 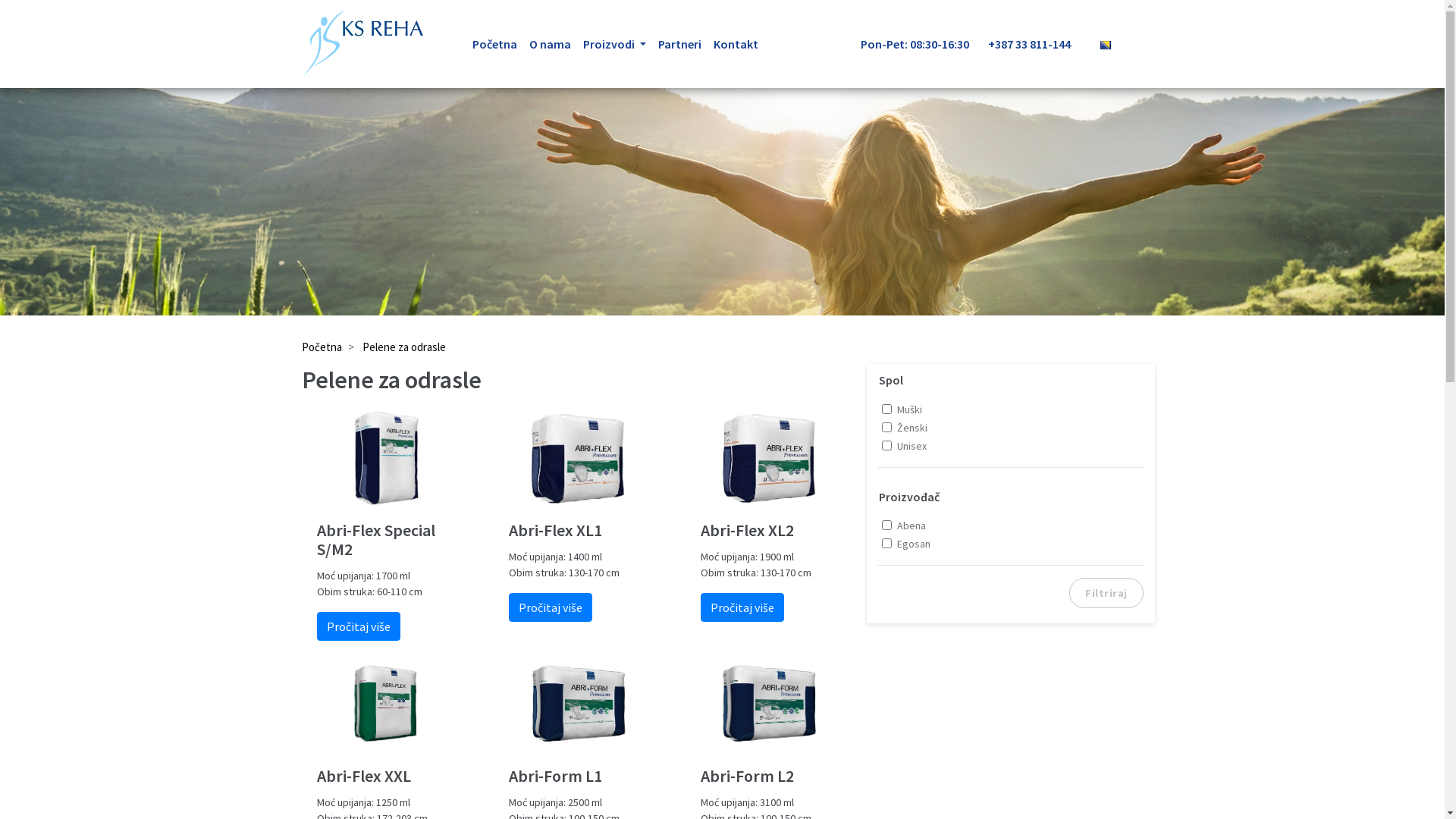 I want to click on 'Abri-Form L1', so click(x=509, y=776).